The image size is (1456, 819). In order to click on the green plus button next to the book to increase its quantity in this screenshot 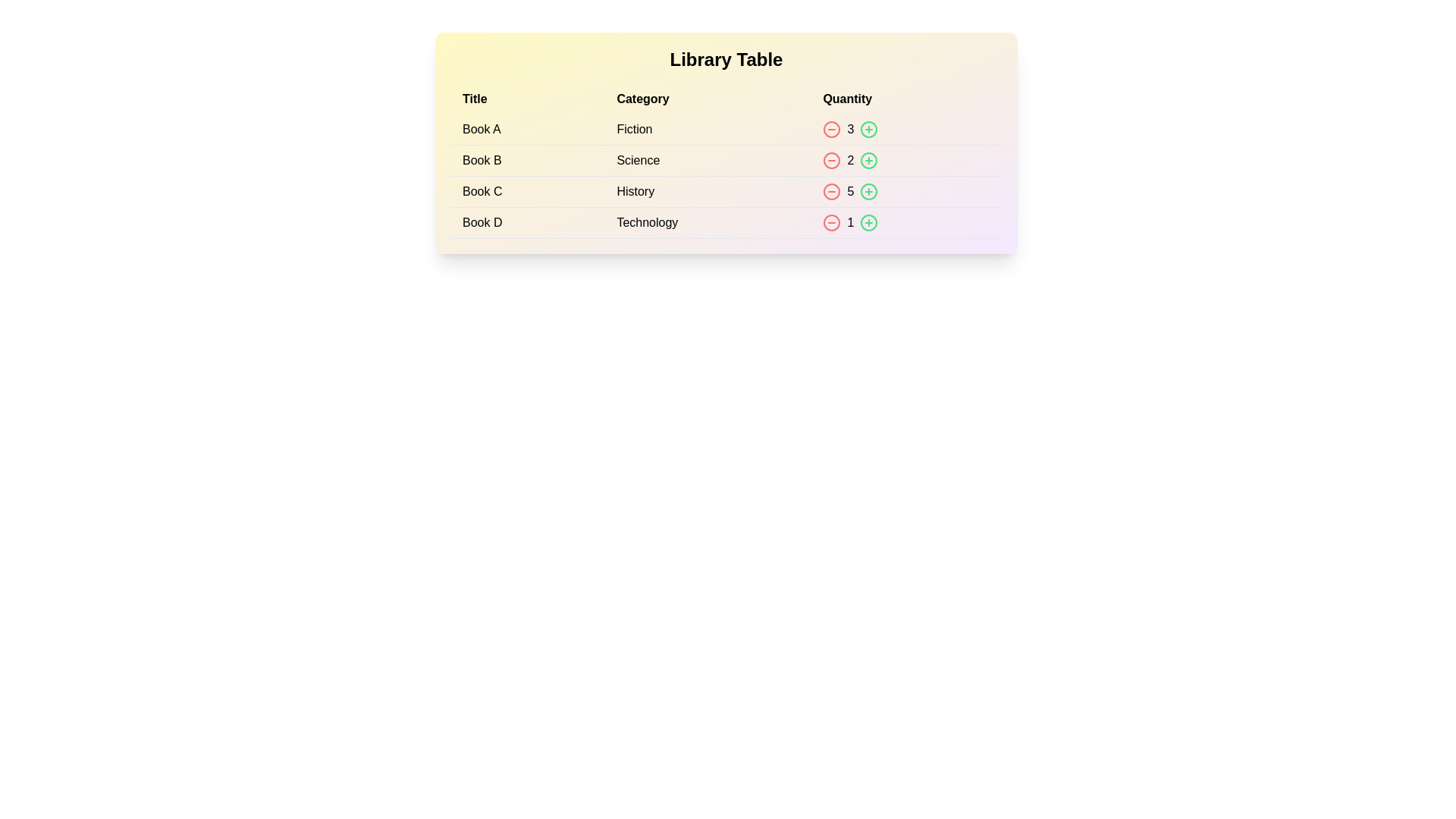, I will do `click(869, 128)`.